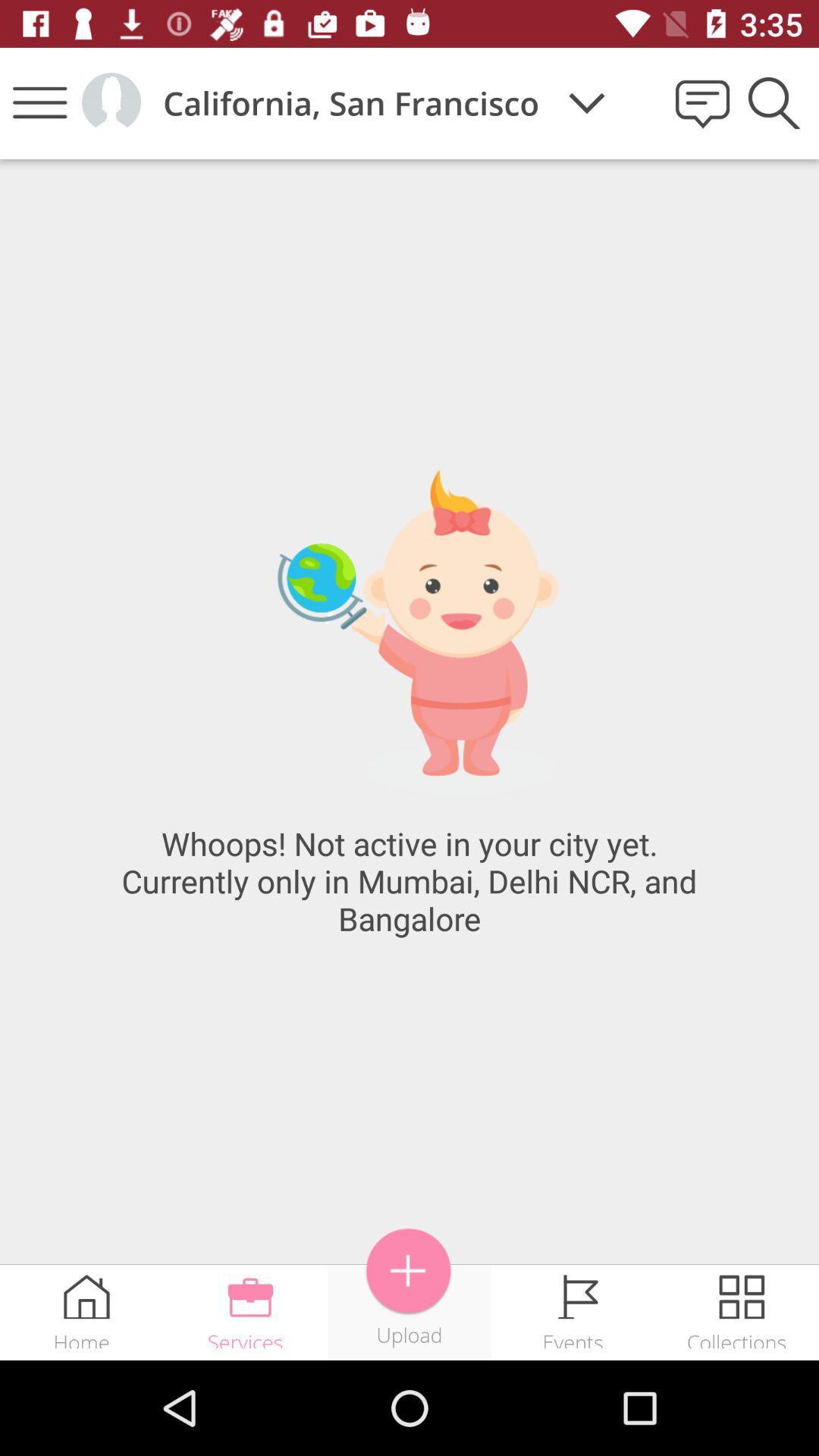 This screenshot has width=819, height=1456. I want to click on item to the right of california, san francisco item, so click(586, 102).